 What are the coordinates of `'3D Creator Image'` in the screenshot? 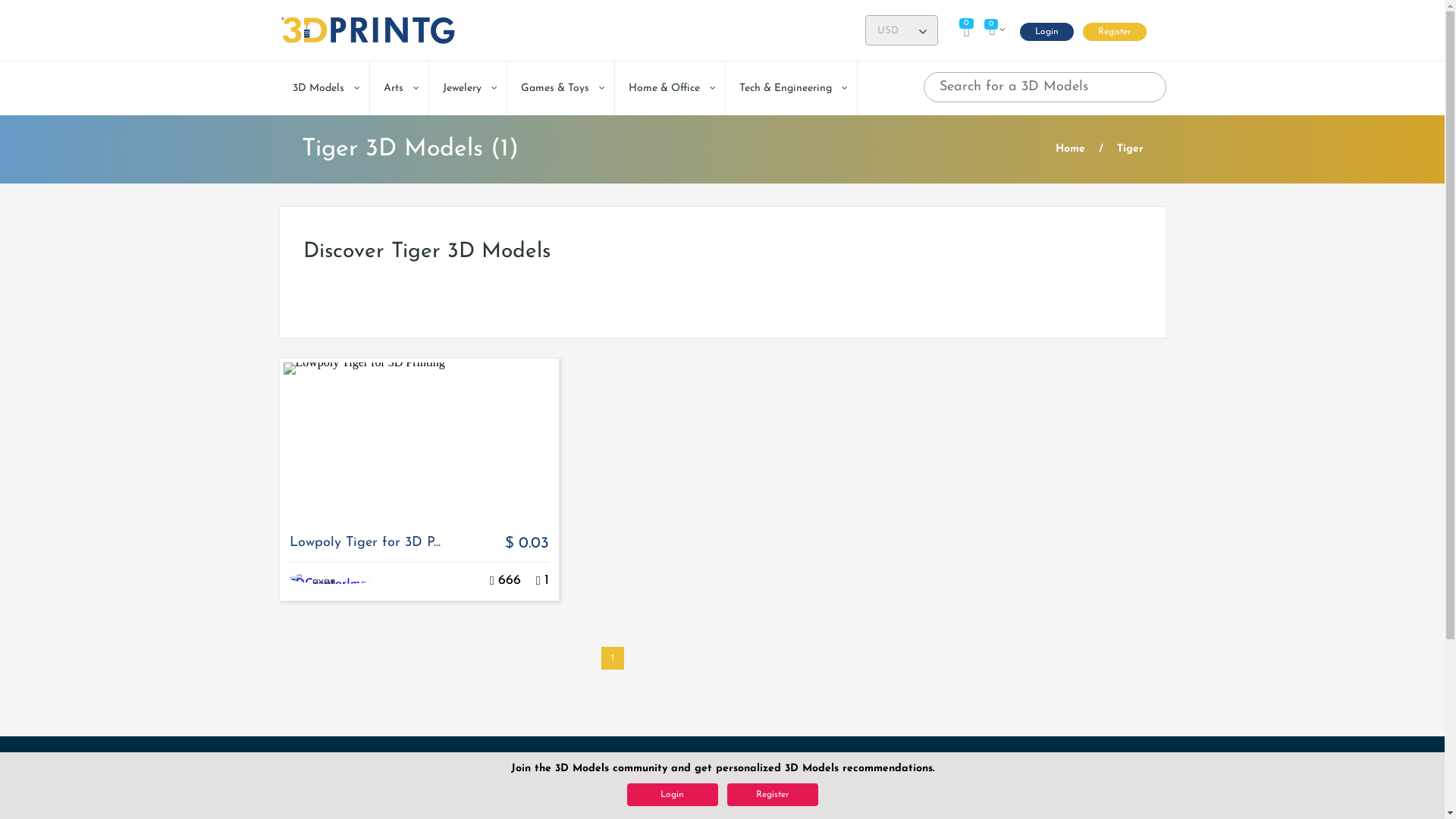 It's located at (299, 581).